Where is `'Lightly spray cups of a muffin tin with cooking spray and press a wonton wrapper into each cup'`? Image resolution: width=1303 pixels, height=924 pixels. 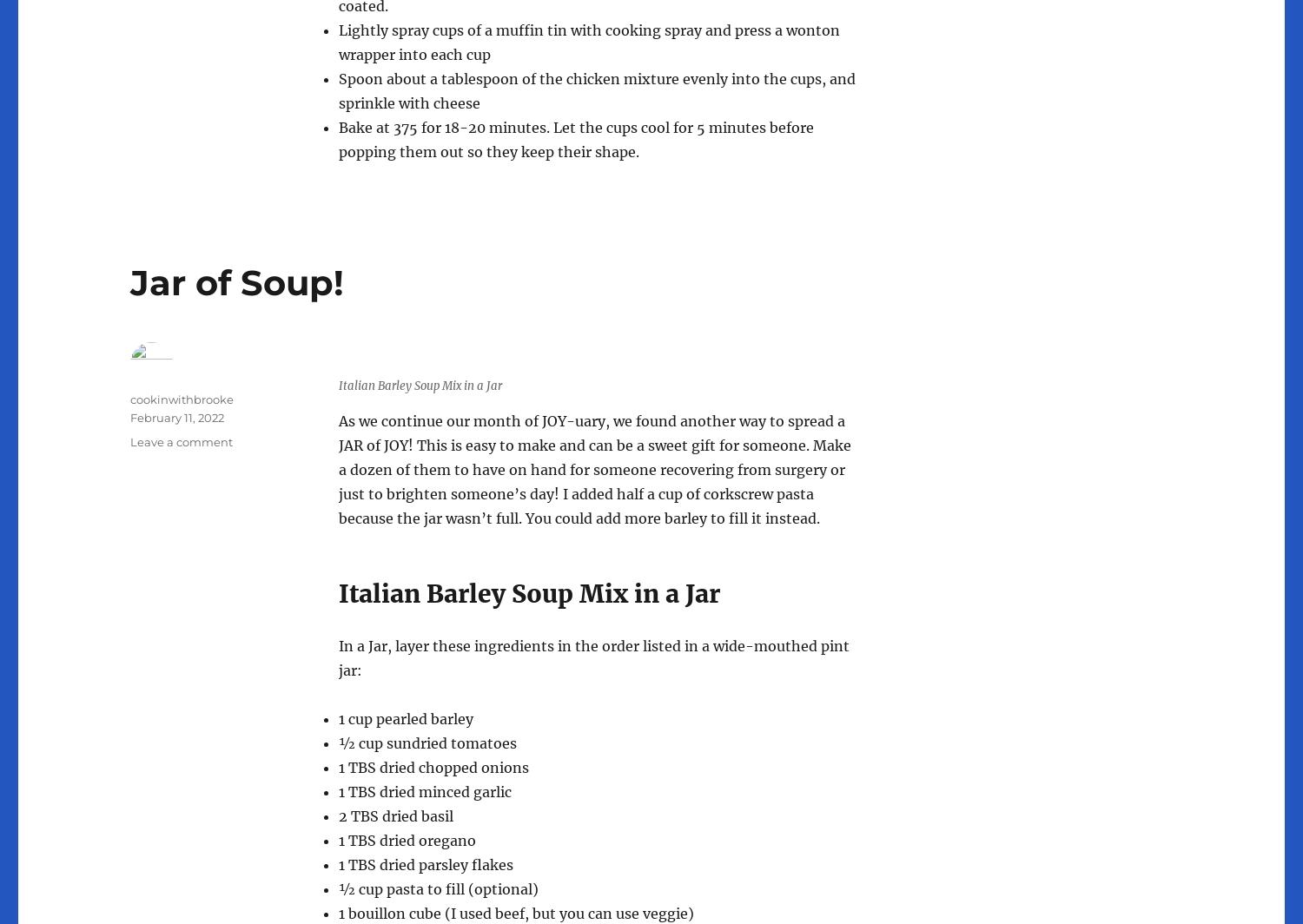
'Lightly spray cups of a muffin tin with cooking spray and press a wonton wrapper into each cup' is located at coordinates (589, 43).